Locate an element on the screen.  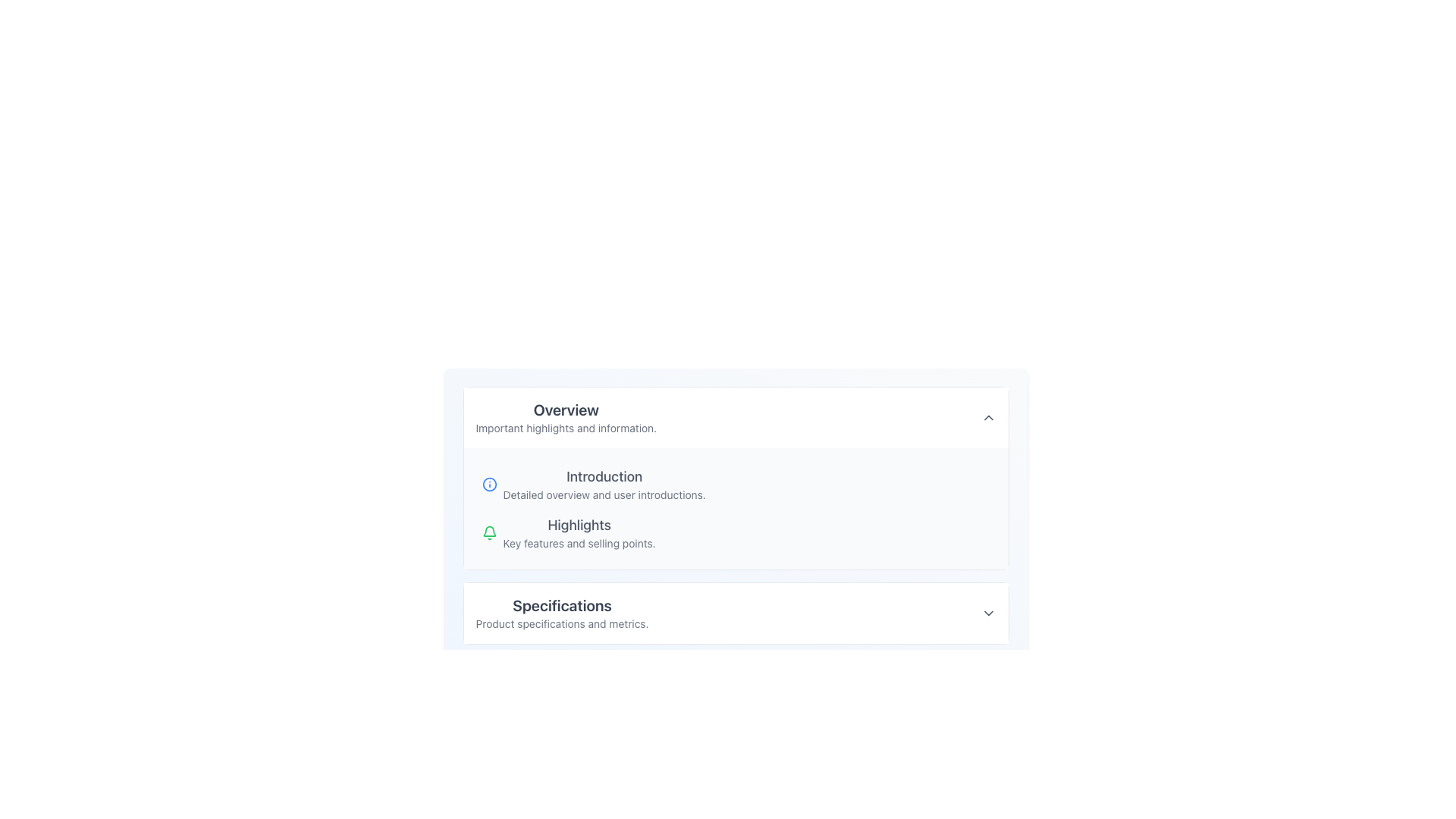
descriptive text module located at the top of the list layout, which provides an overview of the main content is located at coordinates (565, 418).